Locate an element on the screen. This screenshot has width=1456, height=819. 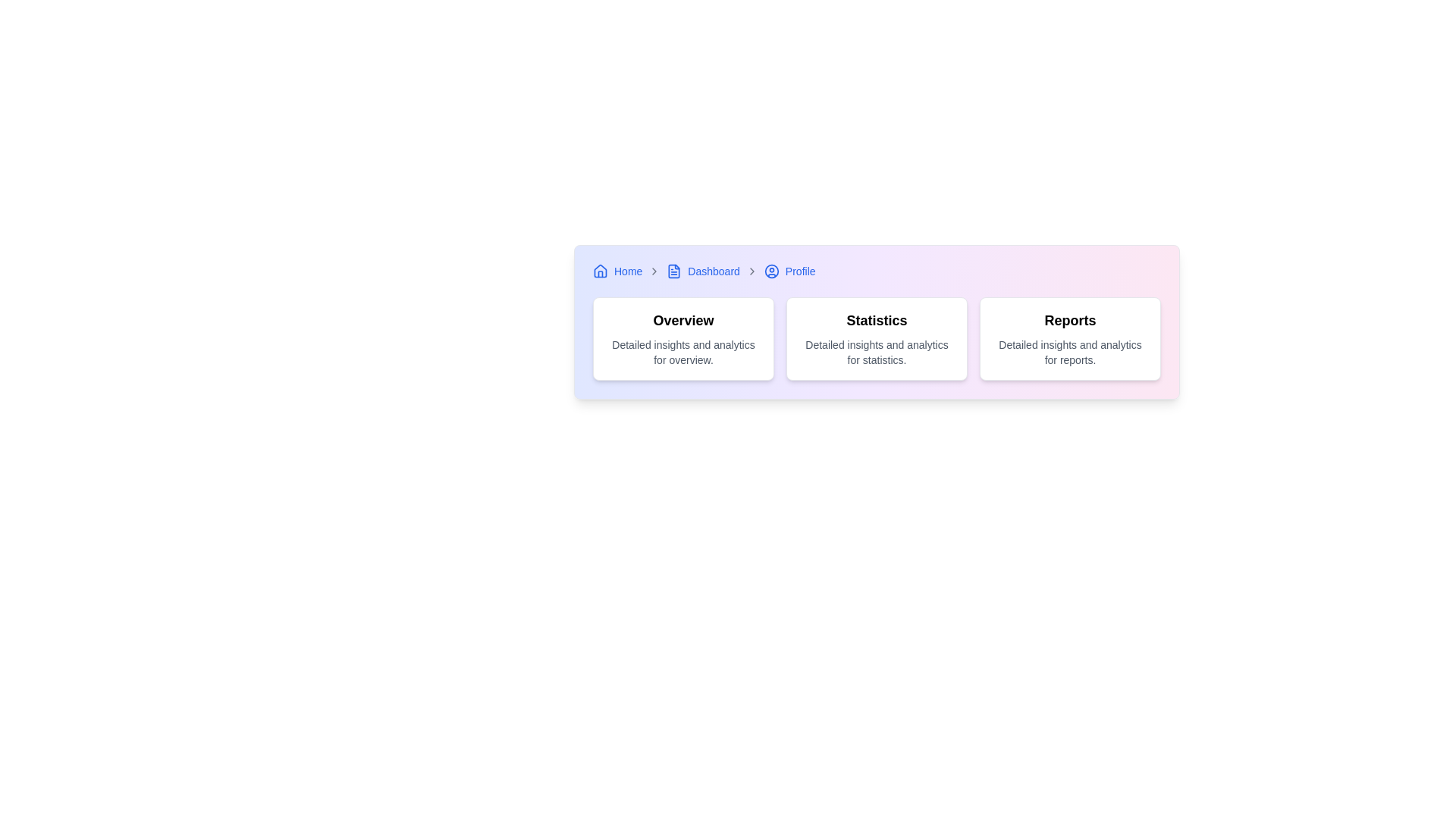
the circular profile icon with a blue border located in the breadcrumb navigation bar near the top-right of the interface is located at coordinates (771, 271).